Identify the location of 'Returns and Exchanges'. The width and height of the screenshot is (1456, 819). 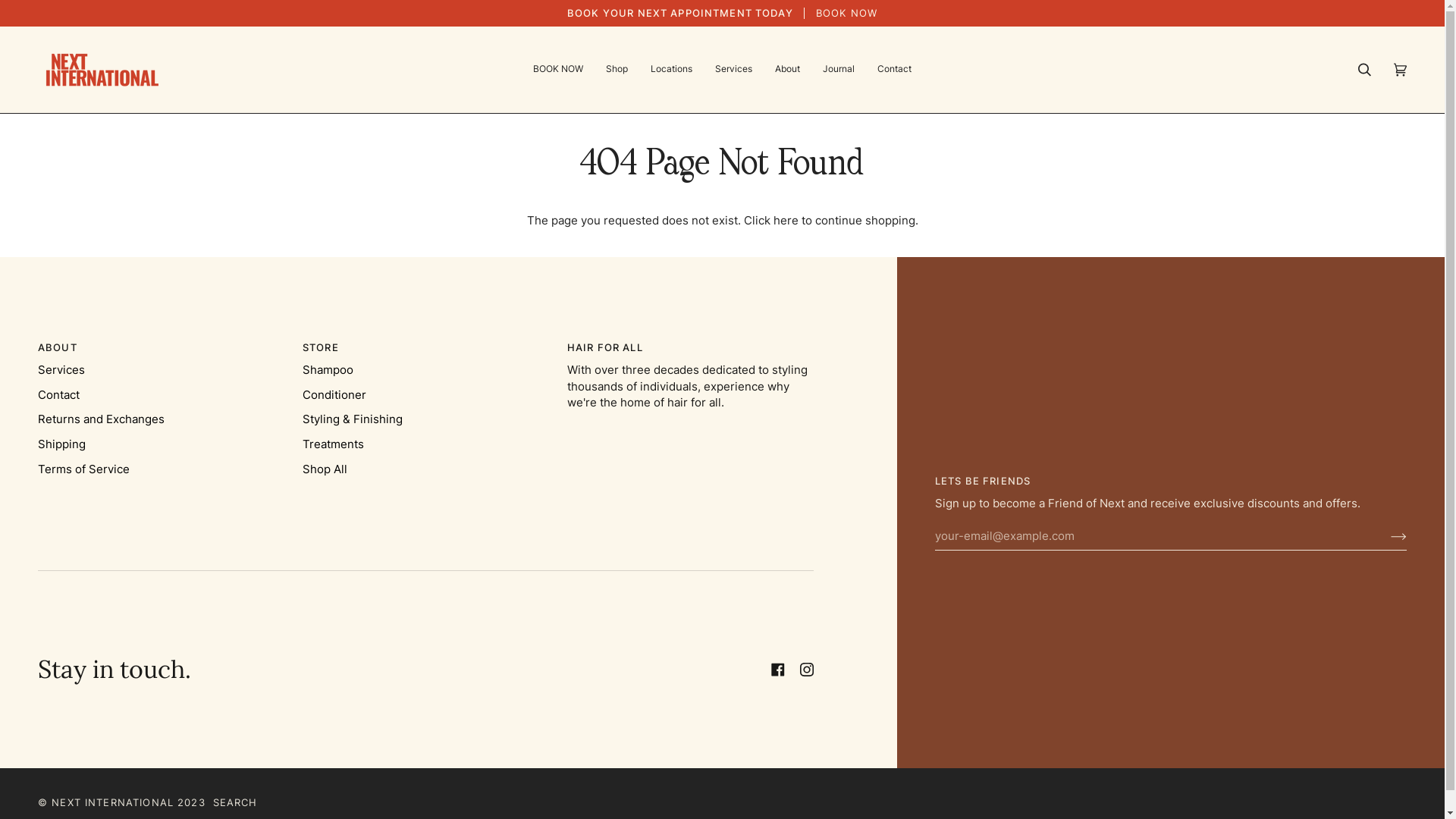
(100, 419).